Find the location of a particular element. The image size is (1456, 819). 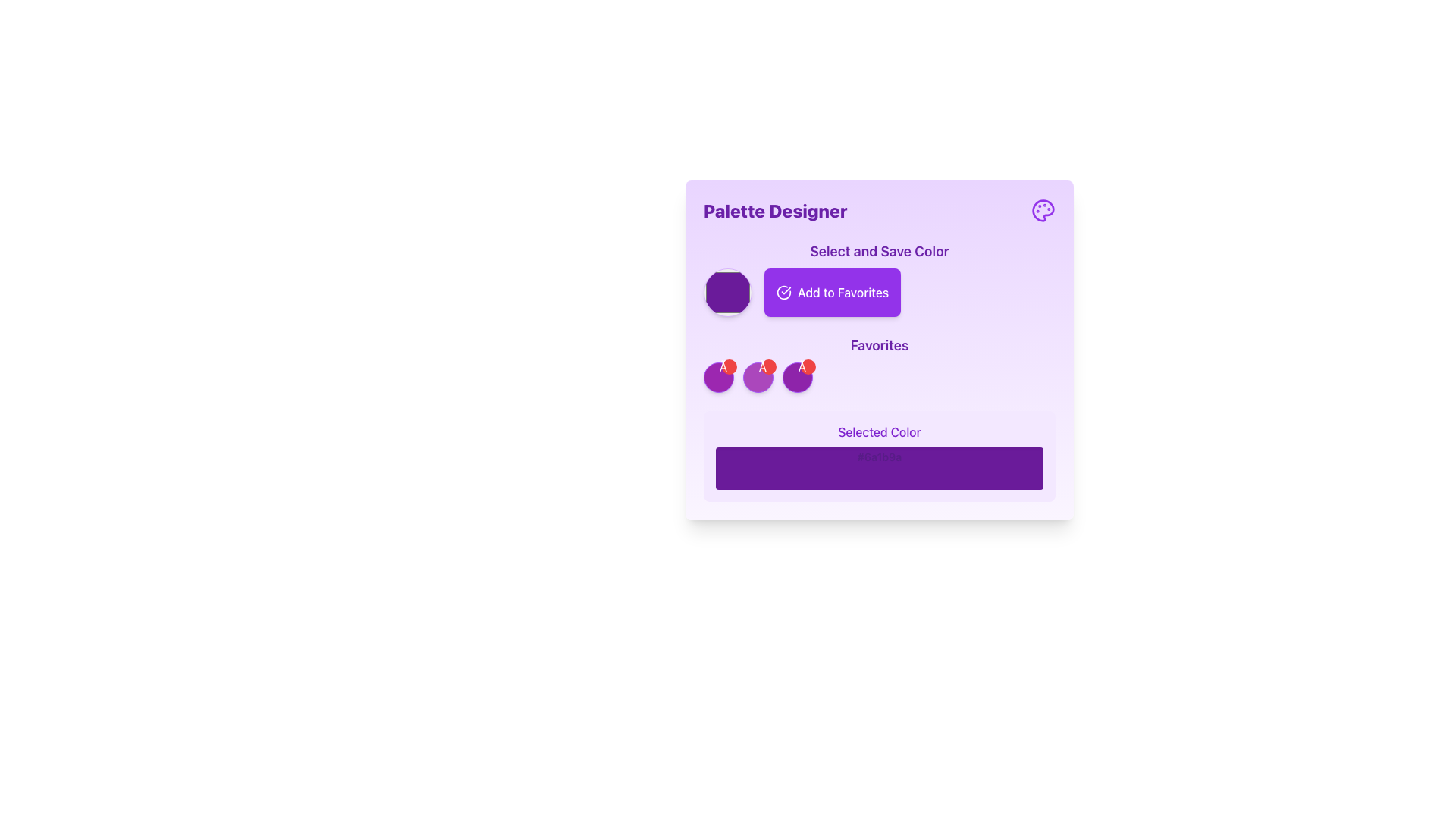

the circular button with a red overlay and white 'A' in the Favorites section is located at coordinates (758, 376).